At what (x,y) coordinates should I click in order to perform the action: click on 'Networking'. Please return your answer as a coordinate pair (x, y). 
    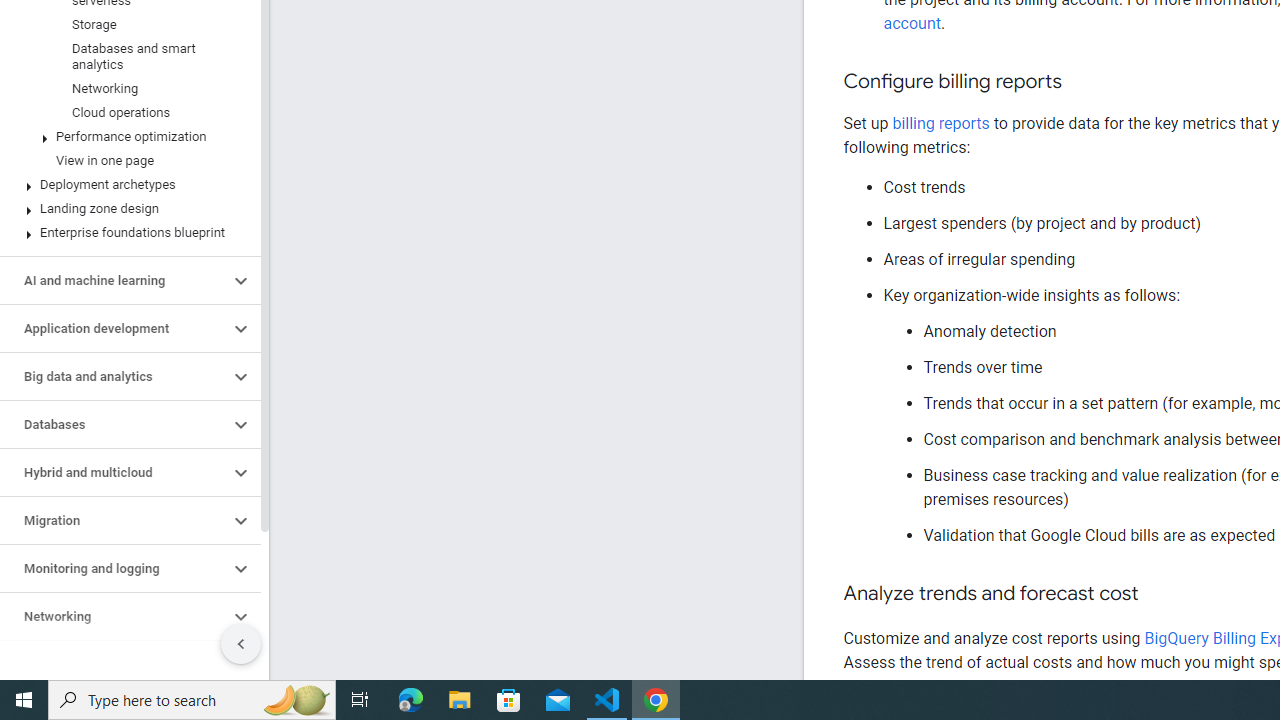
    Looking at the image, I should click on (113, 616).